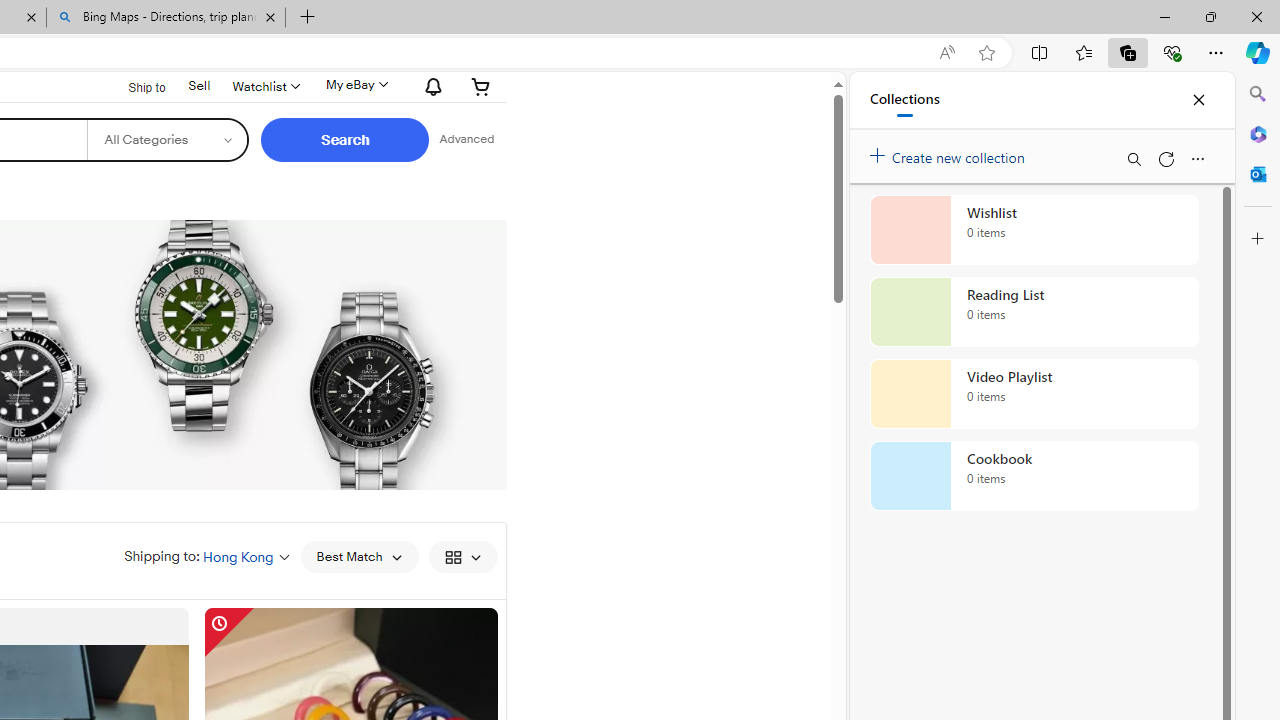 The image size is (1280, 720). What do you see at coordinates (199, 84) in the screenshot?
I see `'Sell'` at bounding box center [199, 84].